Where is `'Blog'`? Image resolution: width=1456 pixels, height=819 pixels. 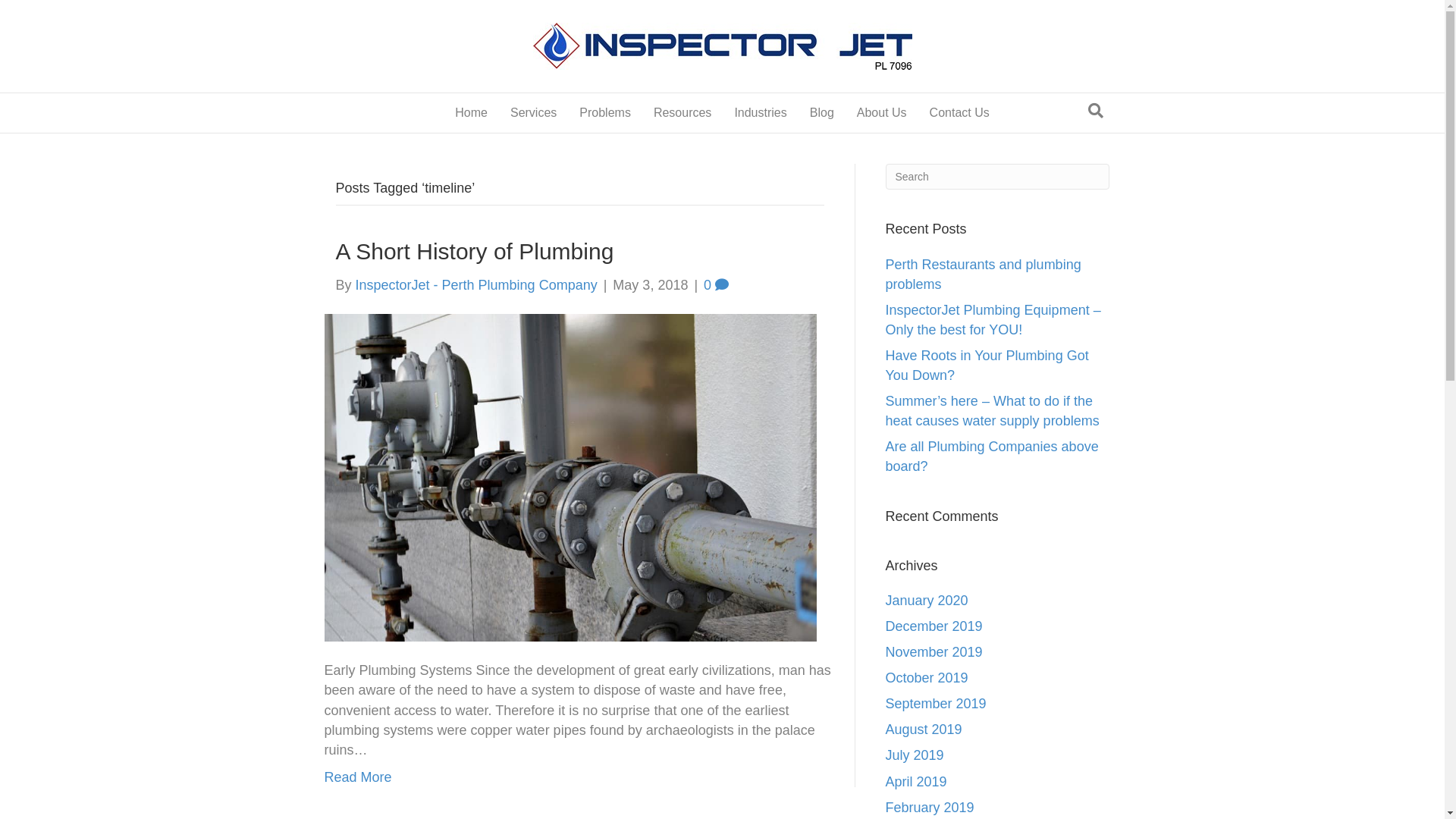
'Blog' is located at coordinates (821, 112).